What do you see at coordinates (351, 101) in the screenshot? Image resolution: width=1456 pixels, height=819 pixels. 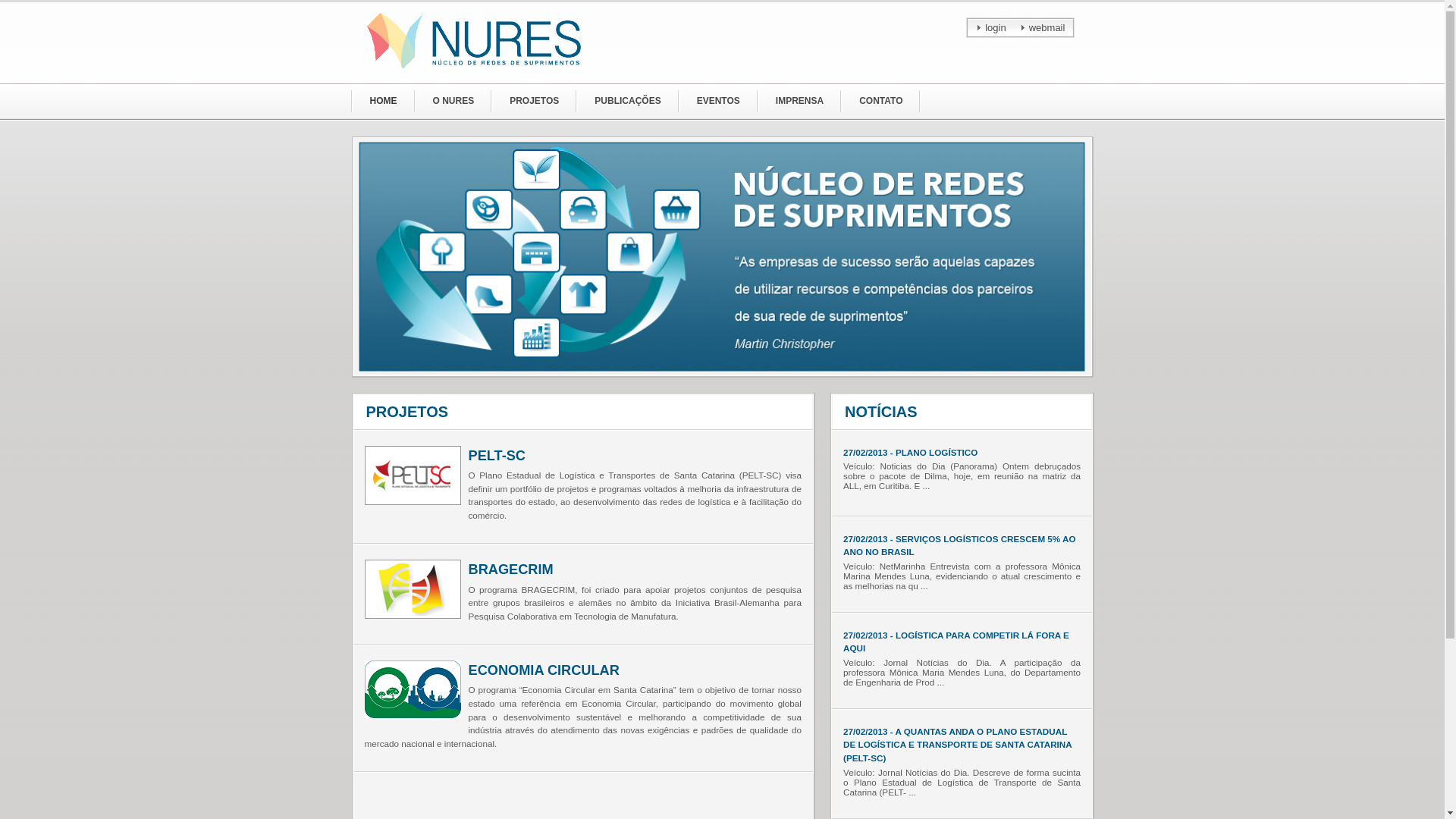 I see `'HOME'` at bounding box center [351, 101].